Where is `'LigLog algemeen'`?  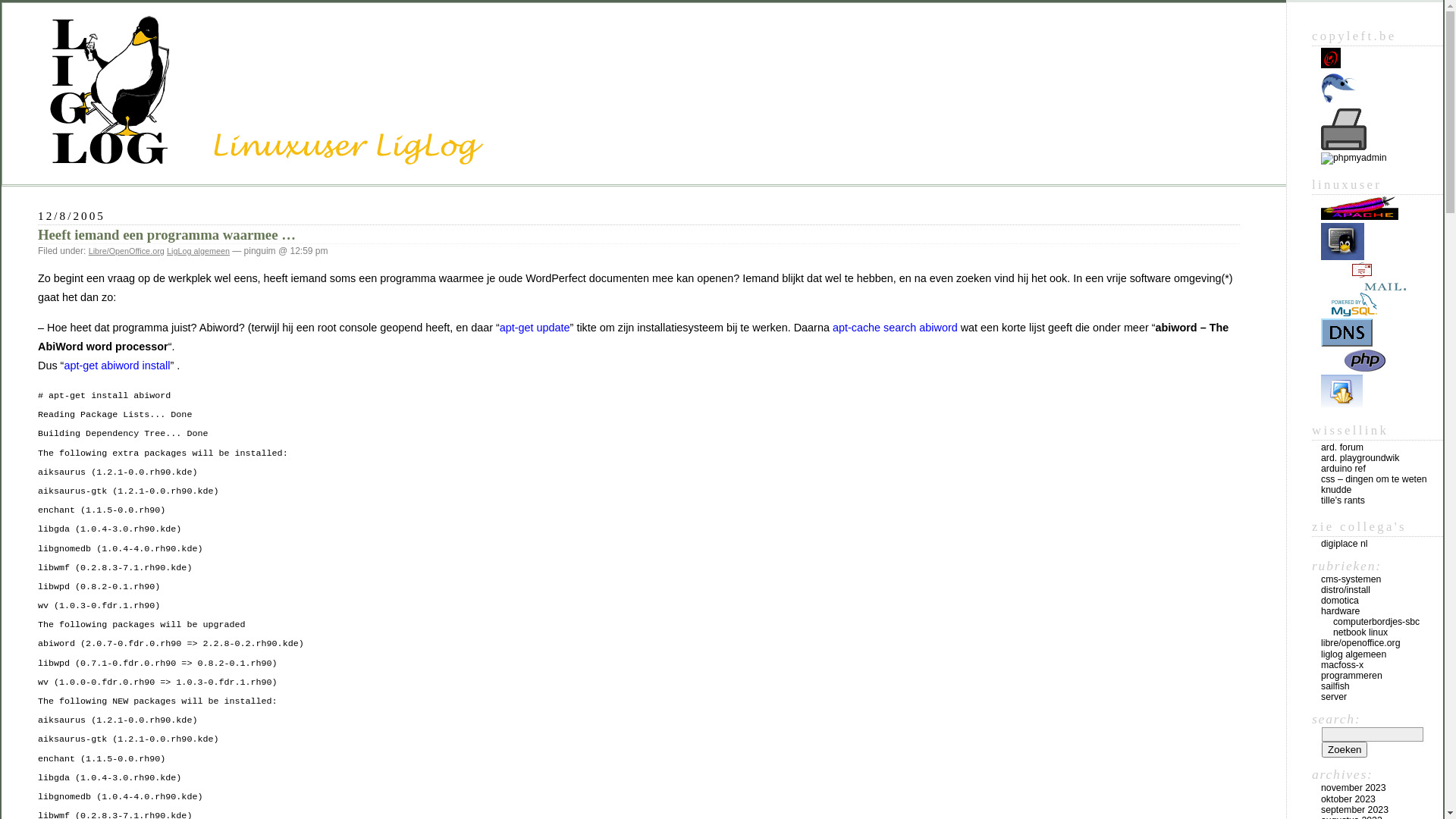 'LigLog algemeen' is located at coordinates (167, 250).